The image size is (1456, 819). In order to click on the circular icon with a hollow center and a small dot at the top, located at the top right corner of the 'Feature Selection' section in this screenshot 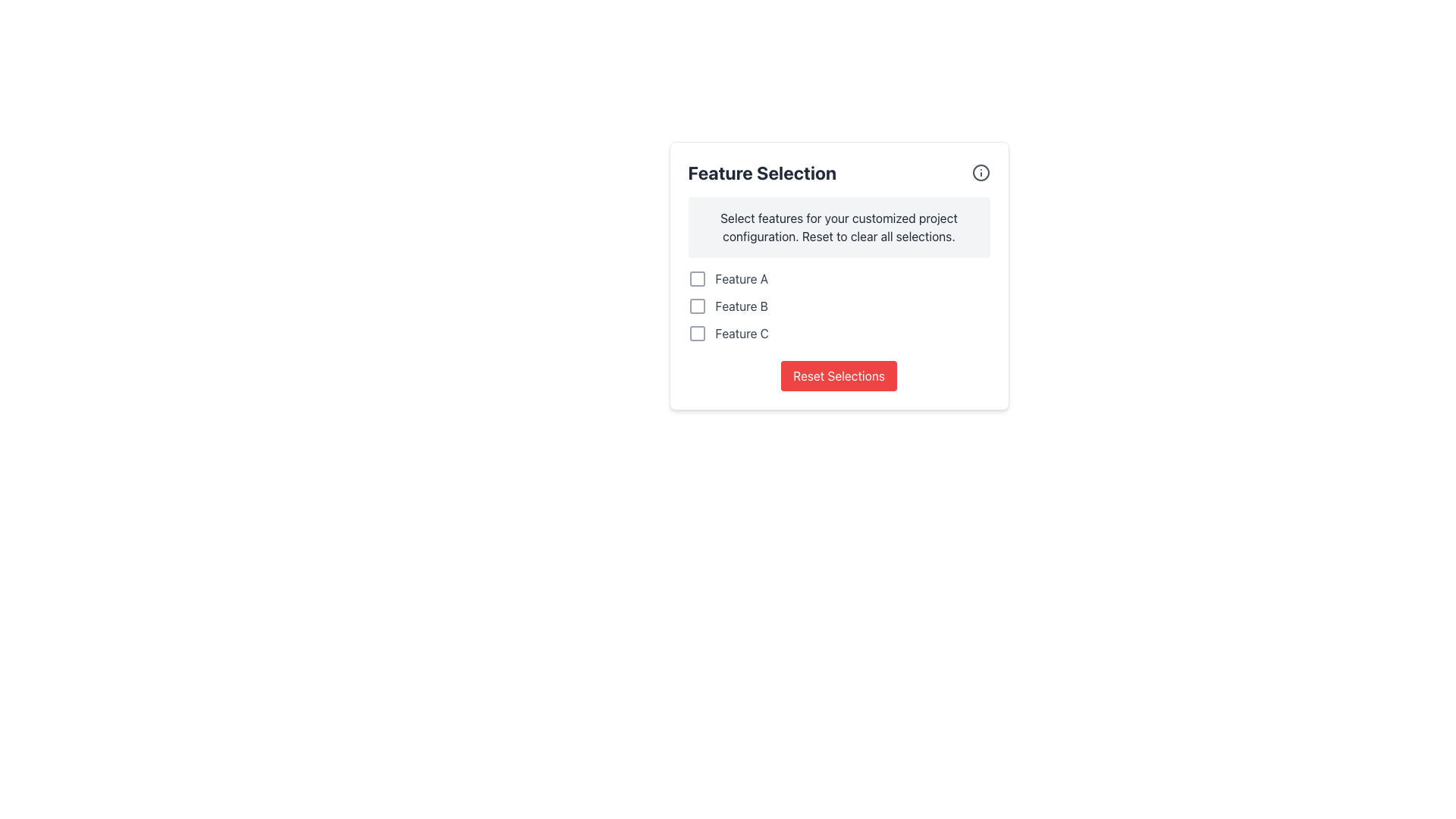, I will do `click(981, 171)`.